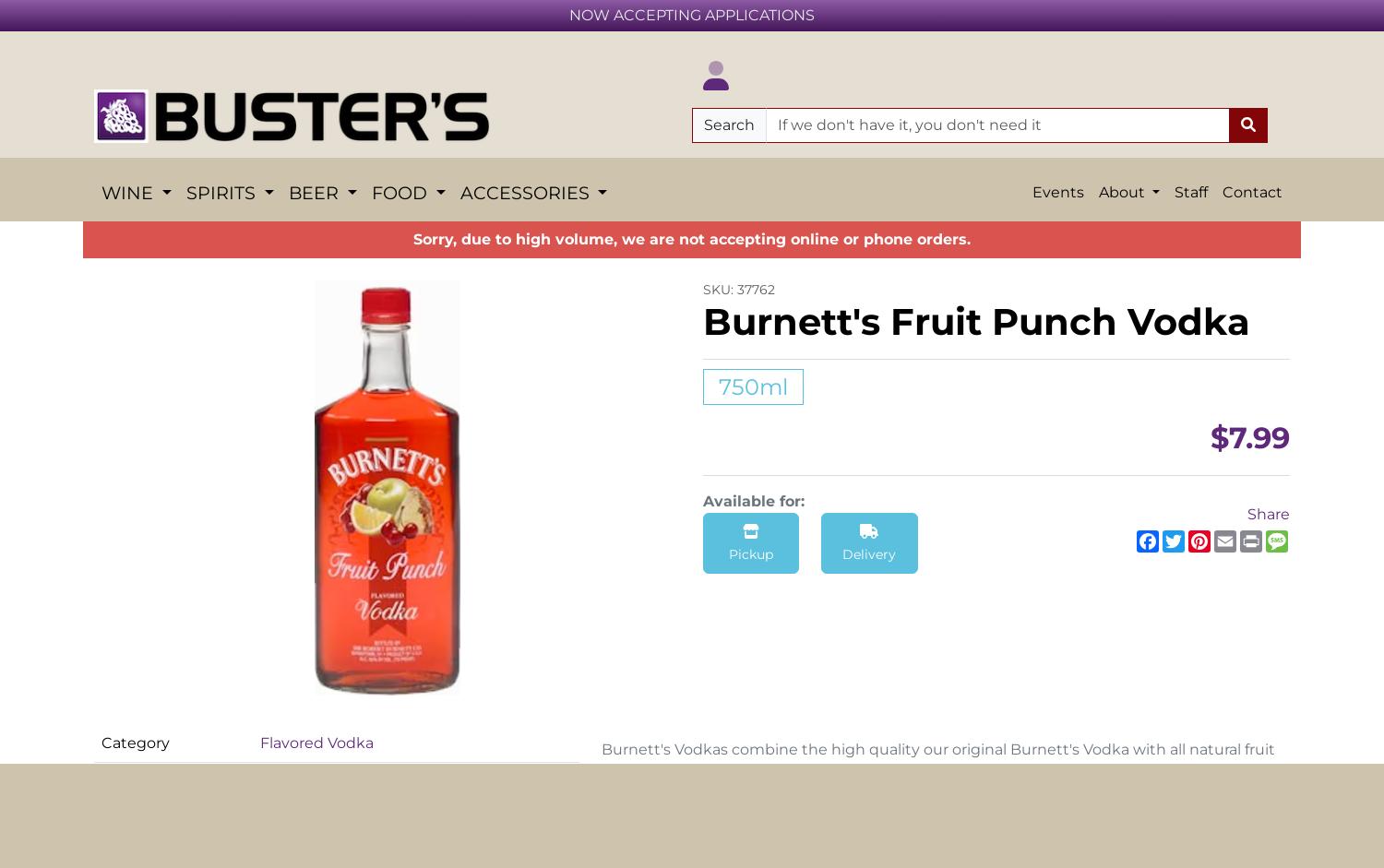  I want to click on 'Domestic', so click(531, 600).